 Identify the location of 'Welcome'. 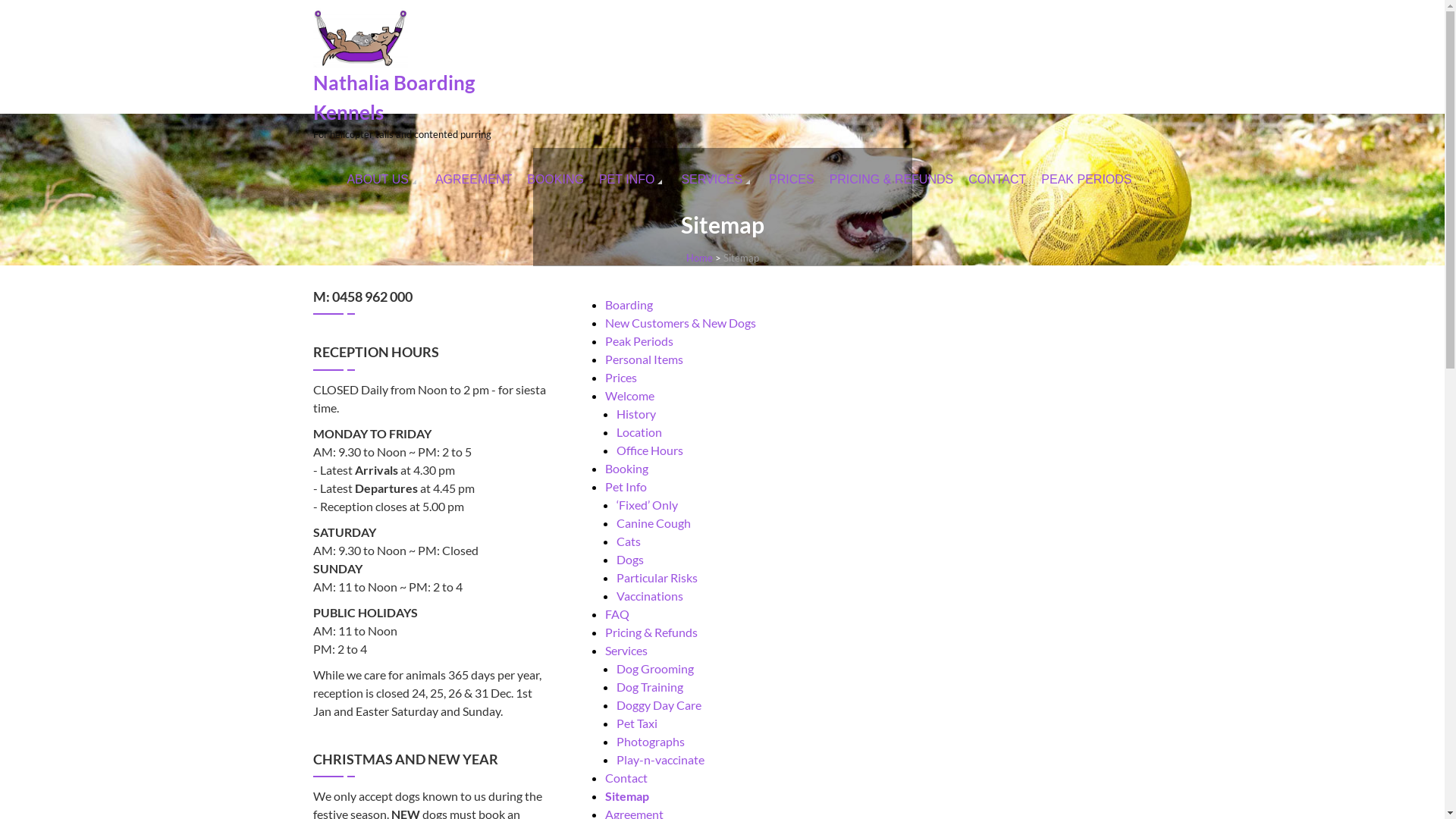
(604, 394).